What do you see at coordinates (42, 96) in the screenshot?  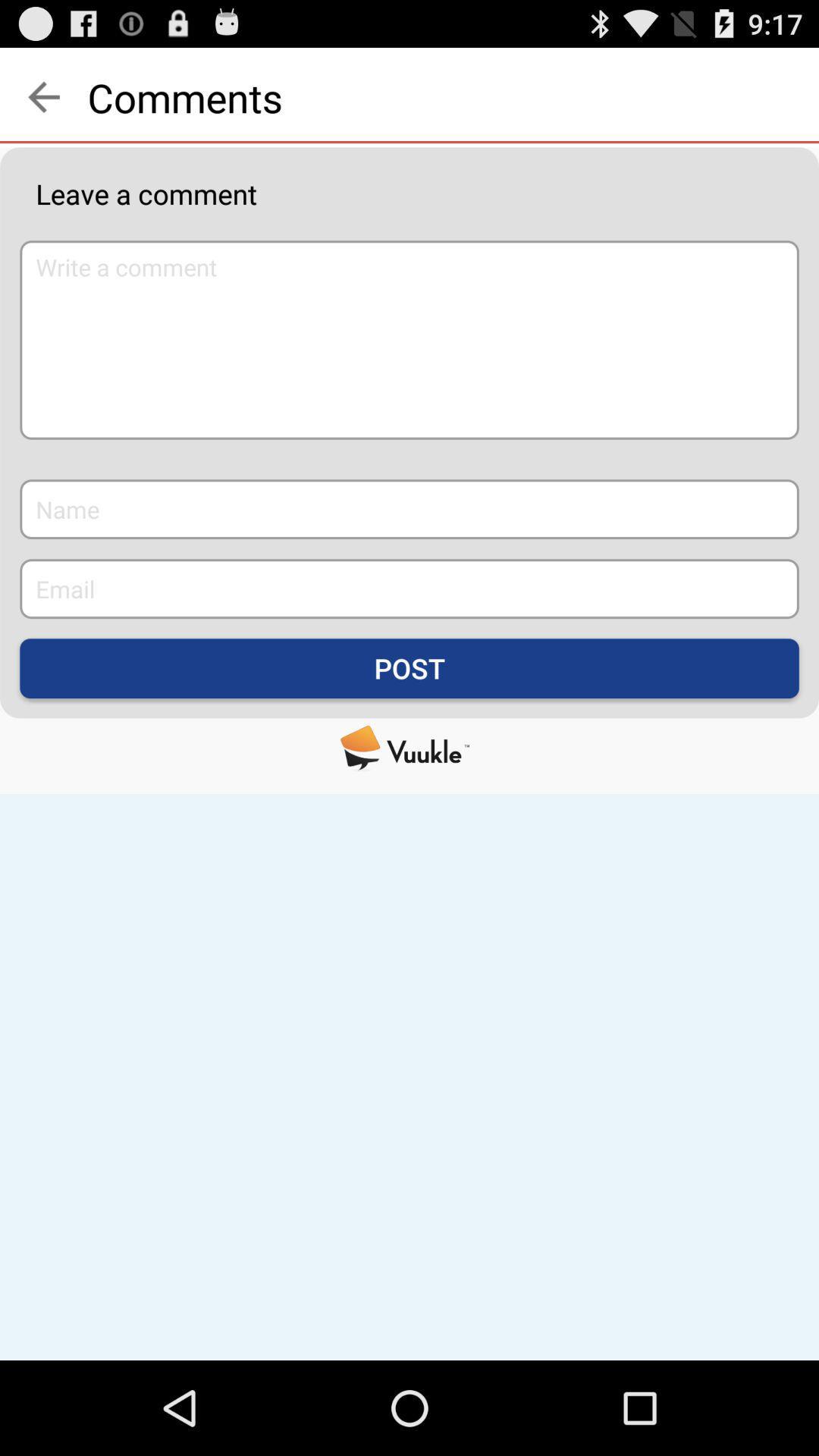 I see `go back` at bounding box center [42, 96].